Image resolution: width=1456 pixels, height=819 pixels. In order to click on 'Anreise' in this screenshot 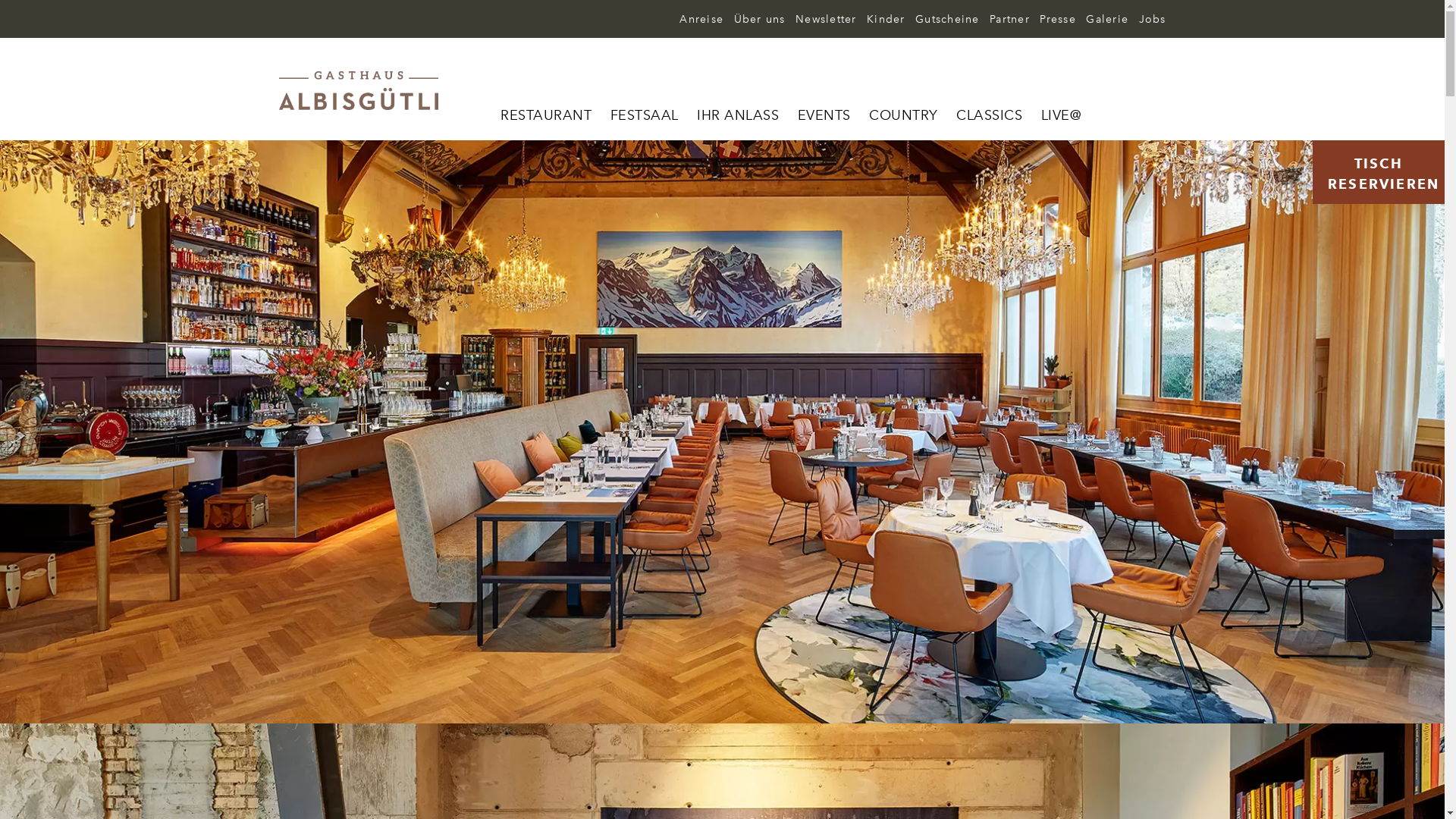, I will do `click(697, 20)`.